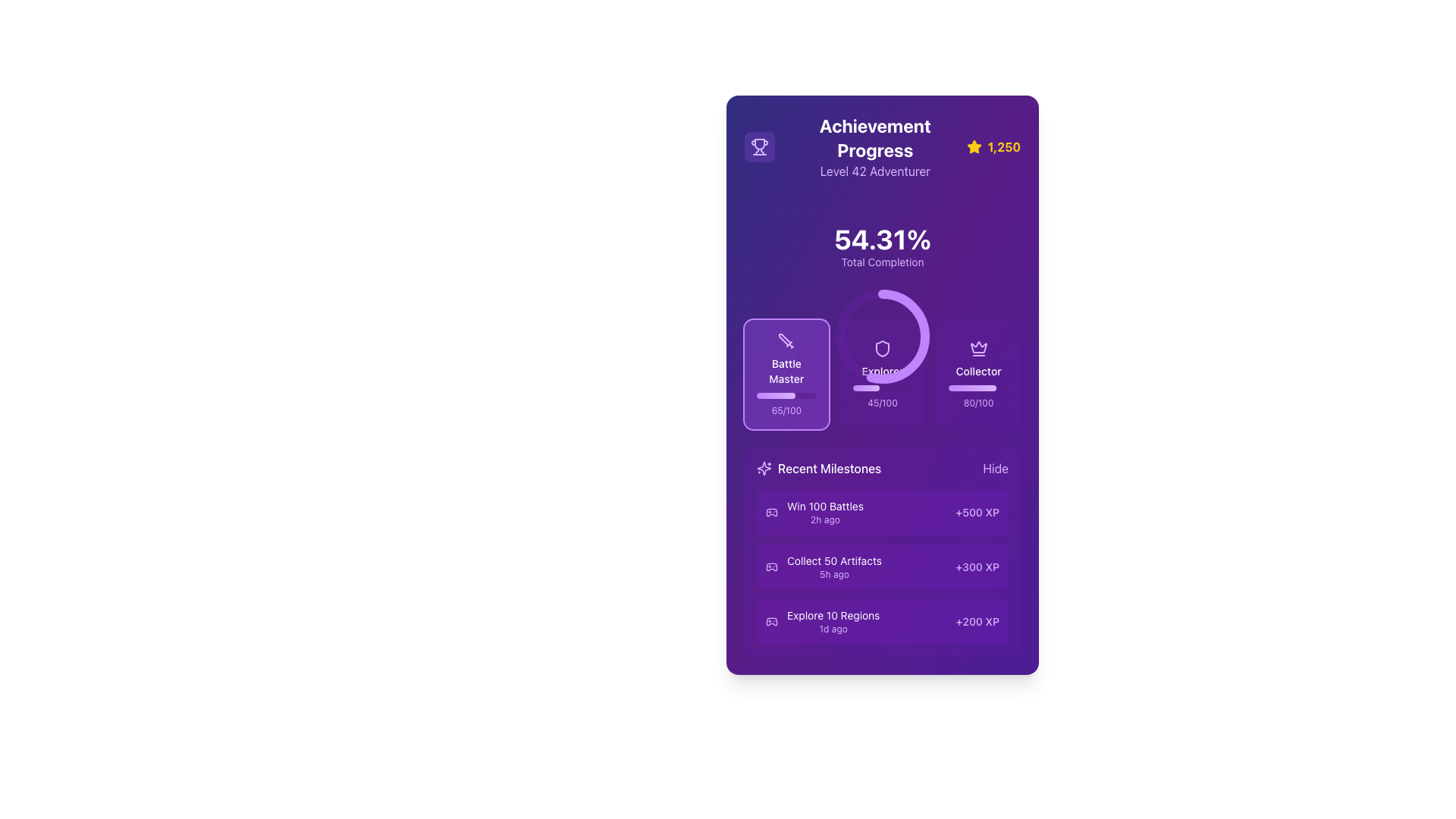 Image resolution: width=1456 pixels, height=819 pixels. Describe the element at coordinates (882, 335) in the screenshot. I see `label 'Explore' associated with the circular progress indicator that has a central shield icon and a purple stroke, located centrally in the card-style panel beneath 'Total Completion'` at that location.